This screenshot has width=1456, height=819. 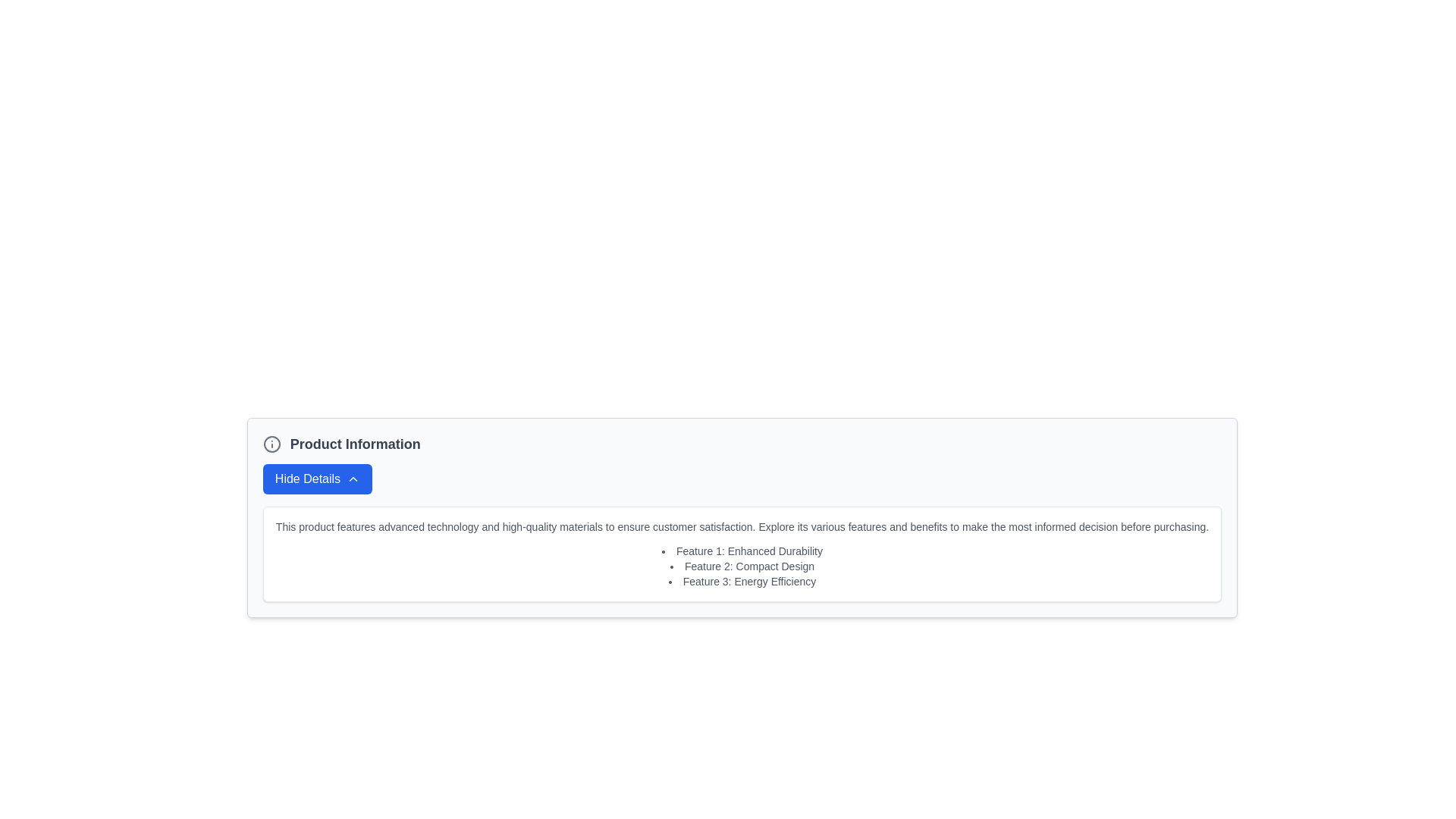 I want to click on the 'Energy Efficiency' text element, which is the third item in the bulleted list under 'Product Information', located below 'Feature 2: Compact Design', so click(x=742, y=581).